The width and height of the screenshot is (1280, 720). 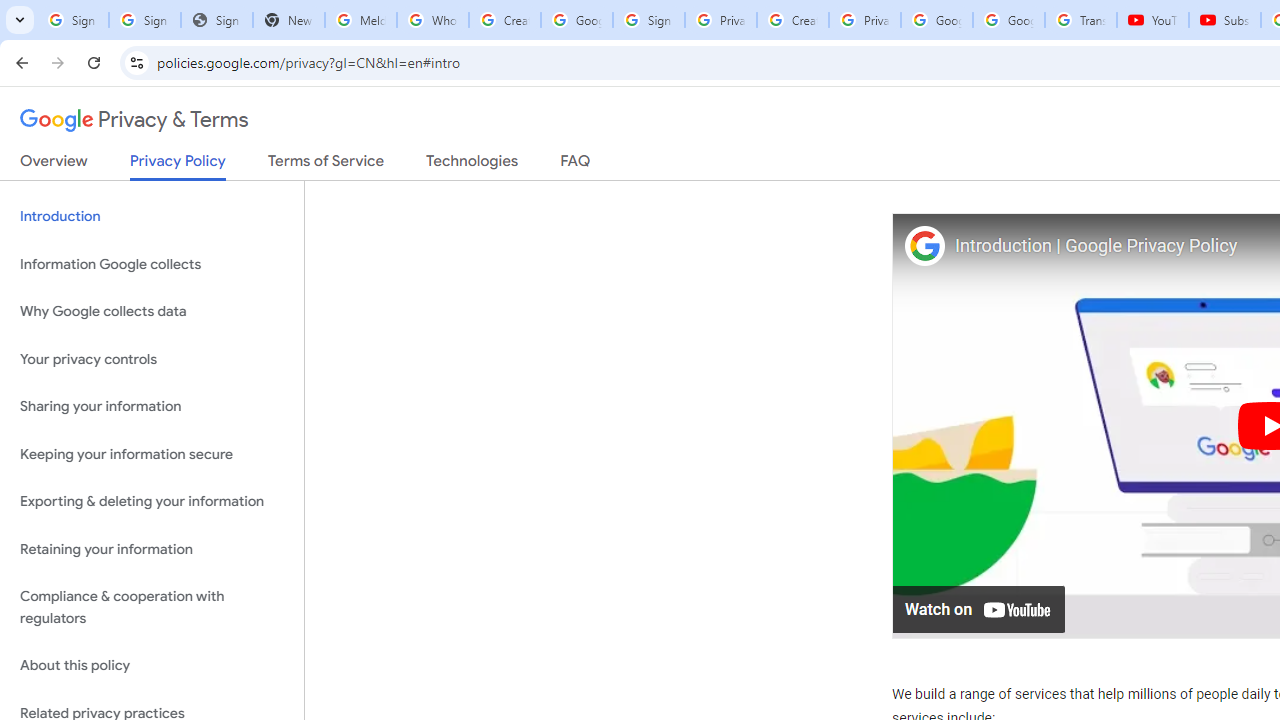 What do you see at coordinates (1153, 20) in the screenshot?
I see `'YouTube'` at bounding box center [1153, 20].